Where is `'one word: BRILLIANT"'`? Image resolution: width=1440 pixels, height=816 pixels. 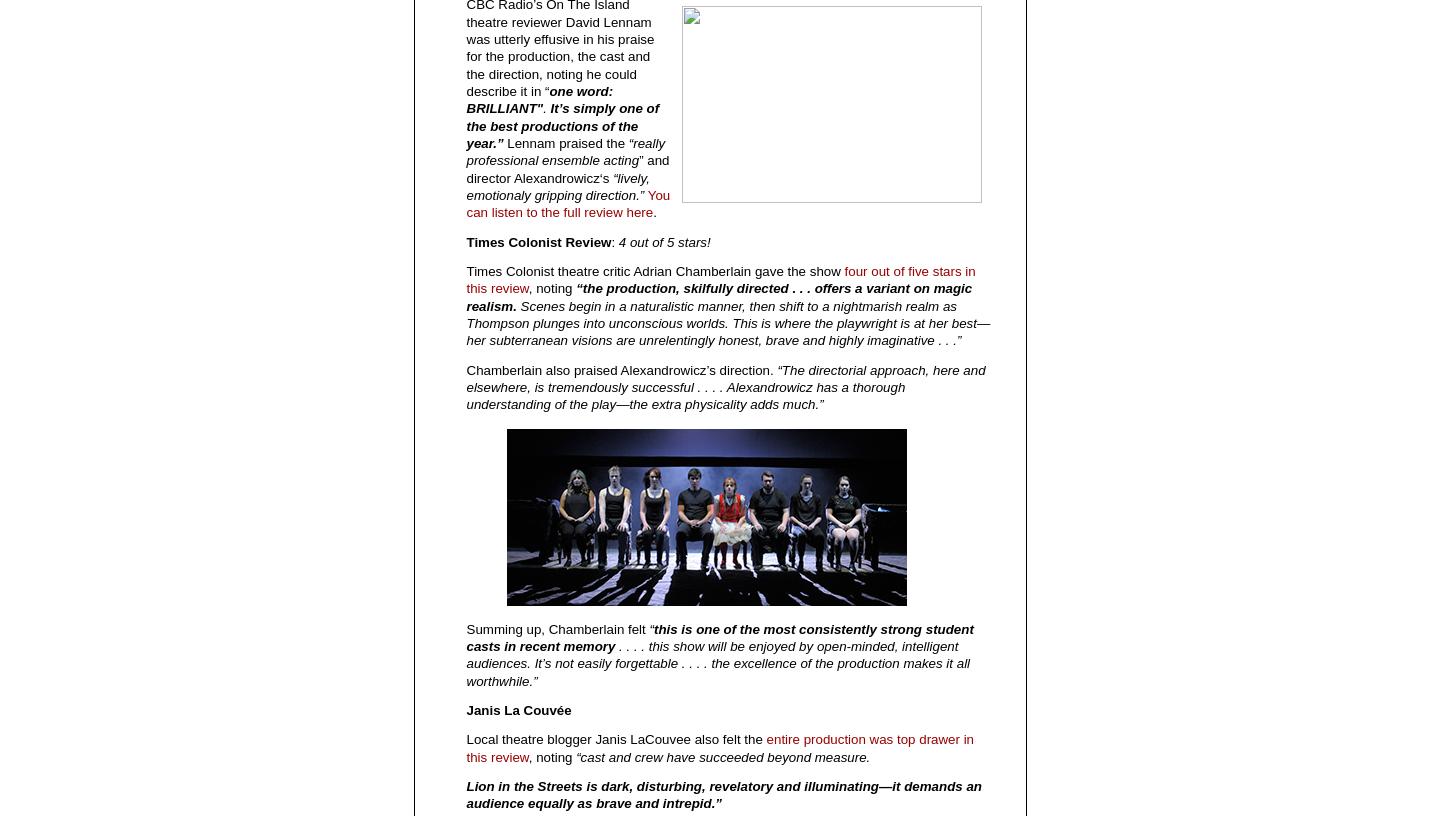 'one word: BRILLIANT"' is located at coordinates (538, 98).